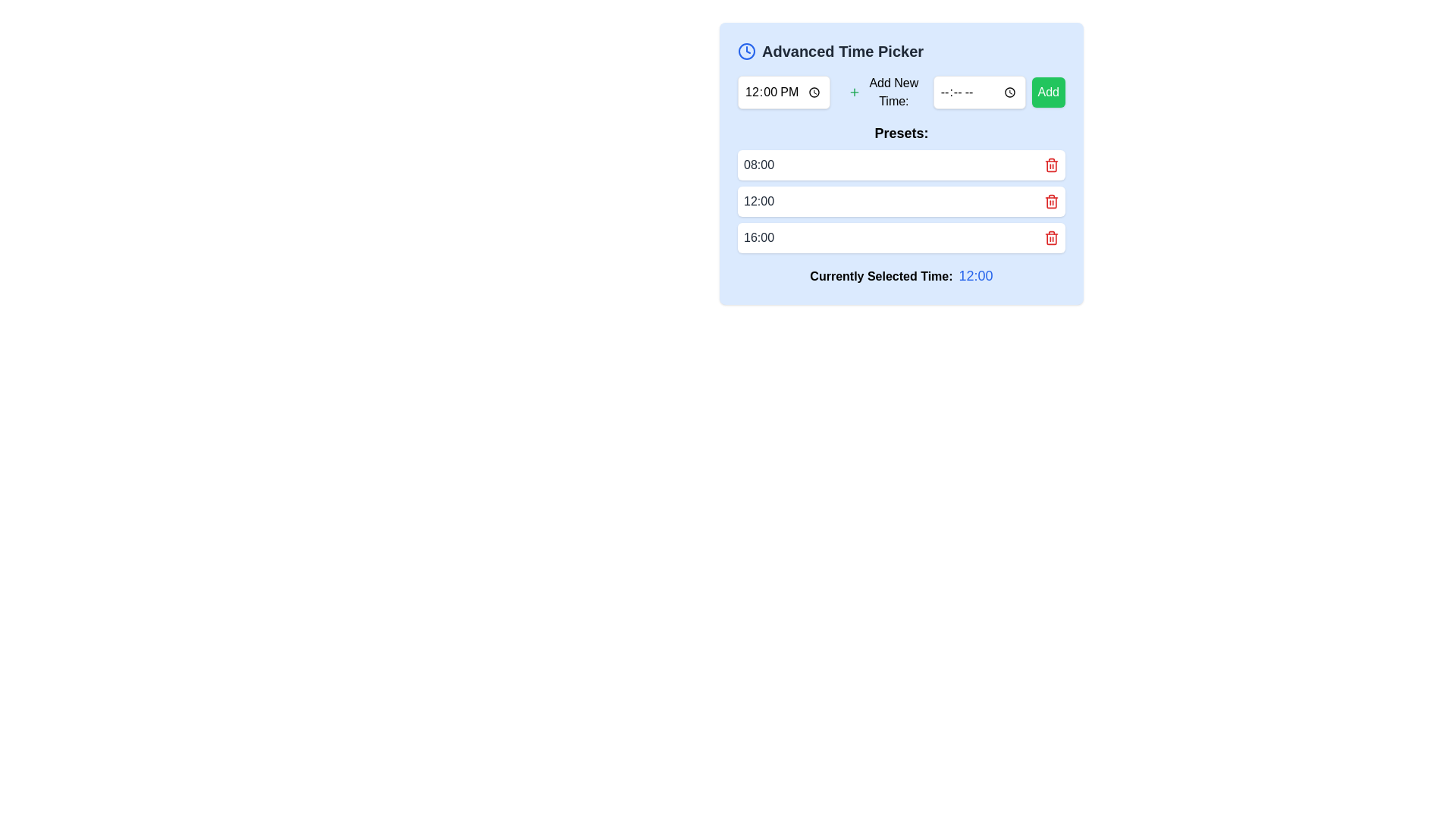 This screenshot has width=1456, height=819. I want to click on the leftmost icon in the 'Add New Time' group, which functions as a button for adding an item, so click(854, 93).